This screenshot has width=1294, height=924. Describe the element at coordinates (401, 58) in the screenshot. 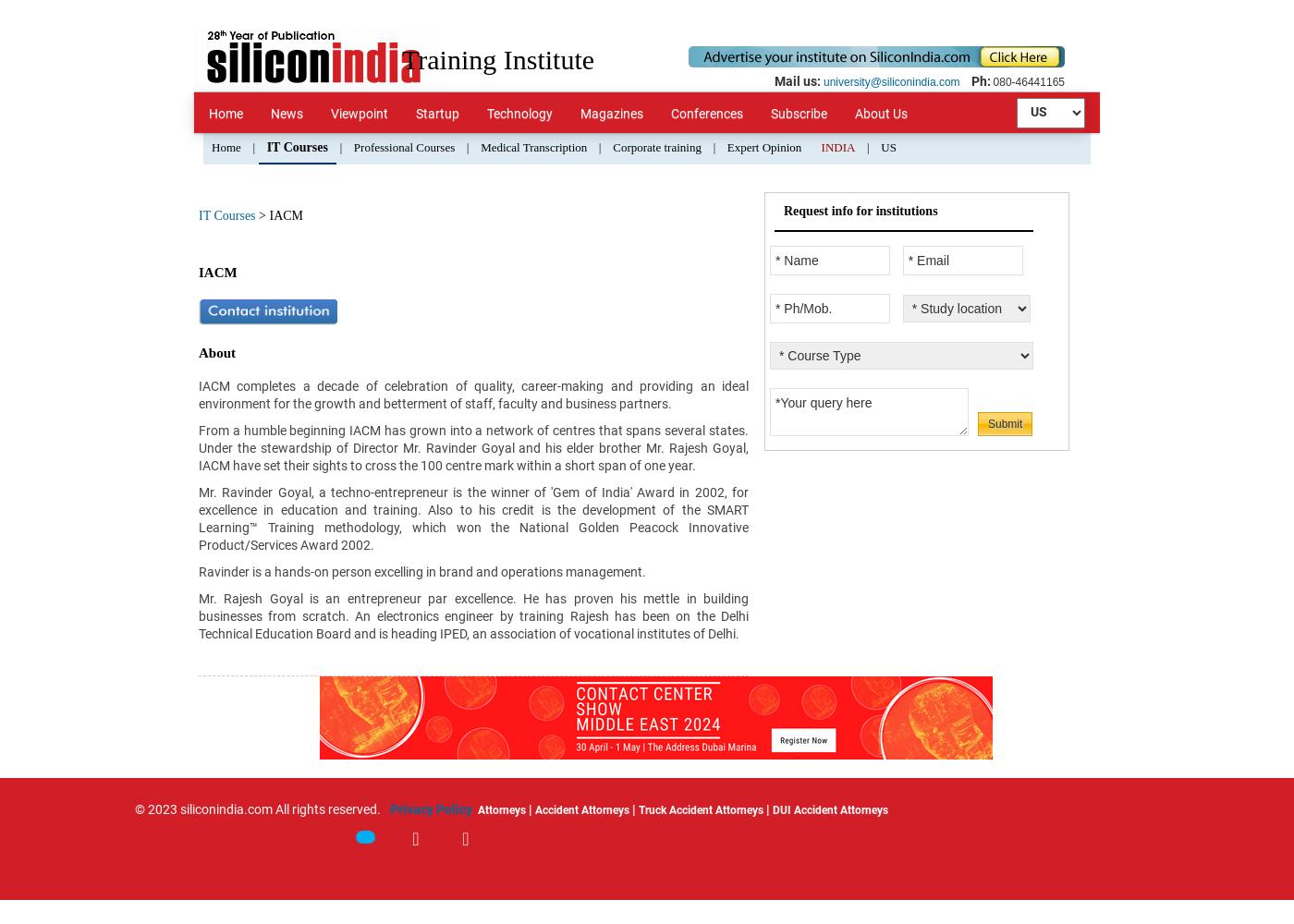

I see `'Training Institute'` at that location.